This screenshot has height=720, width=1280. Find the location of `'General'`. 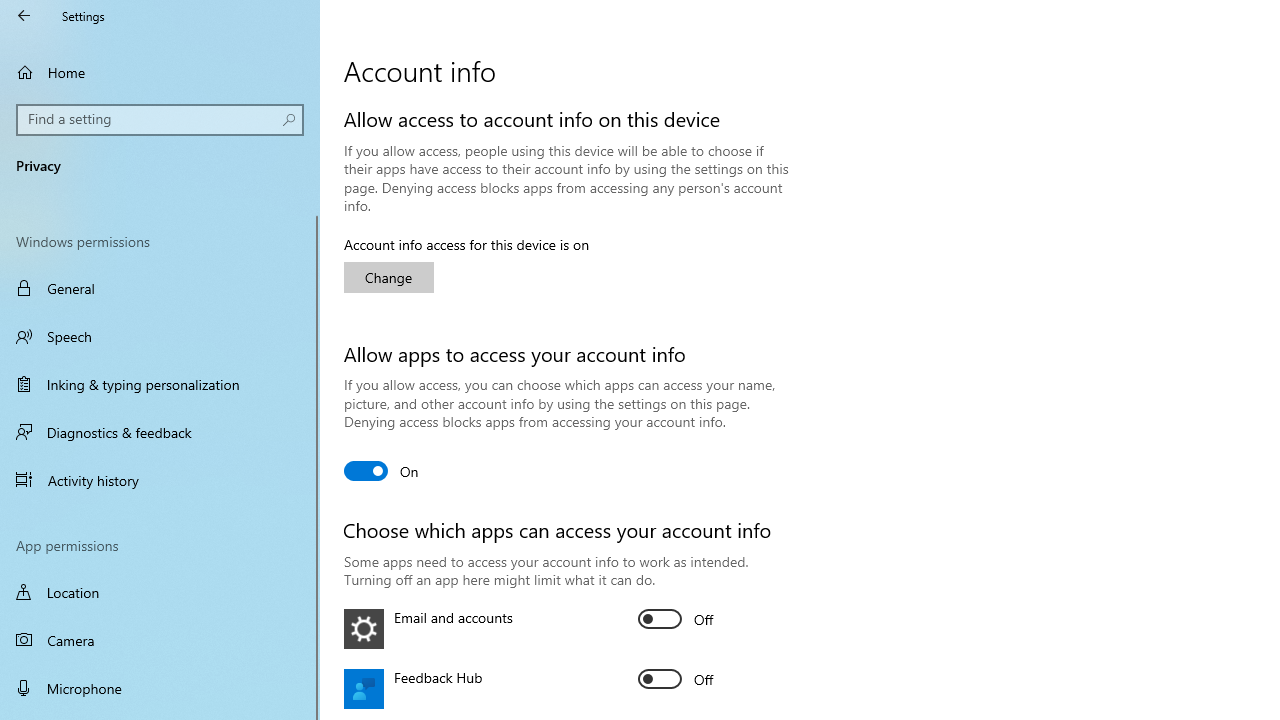

'General' is located at coordinates (160, 288).